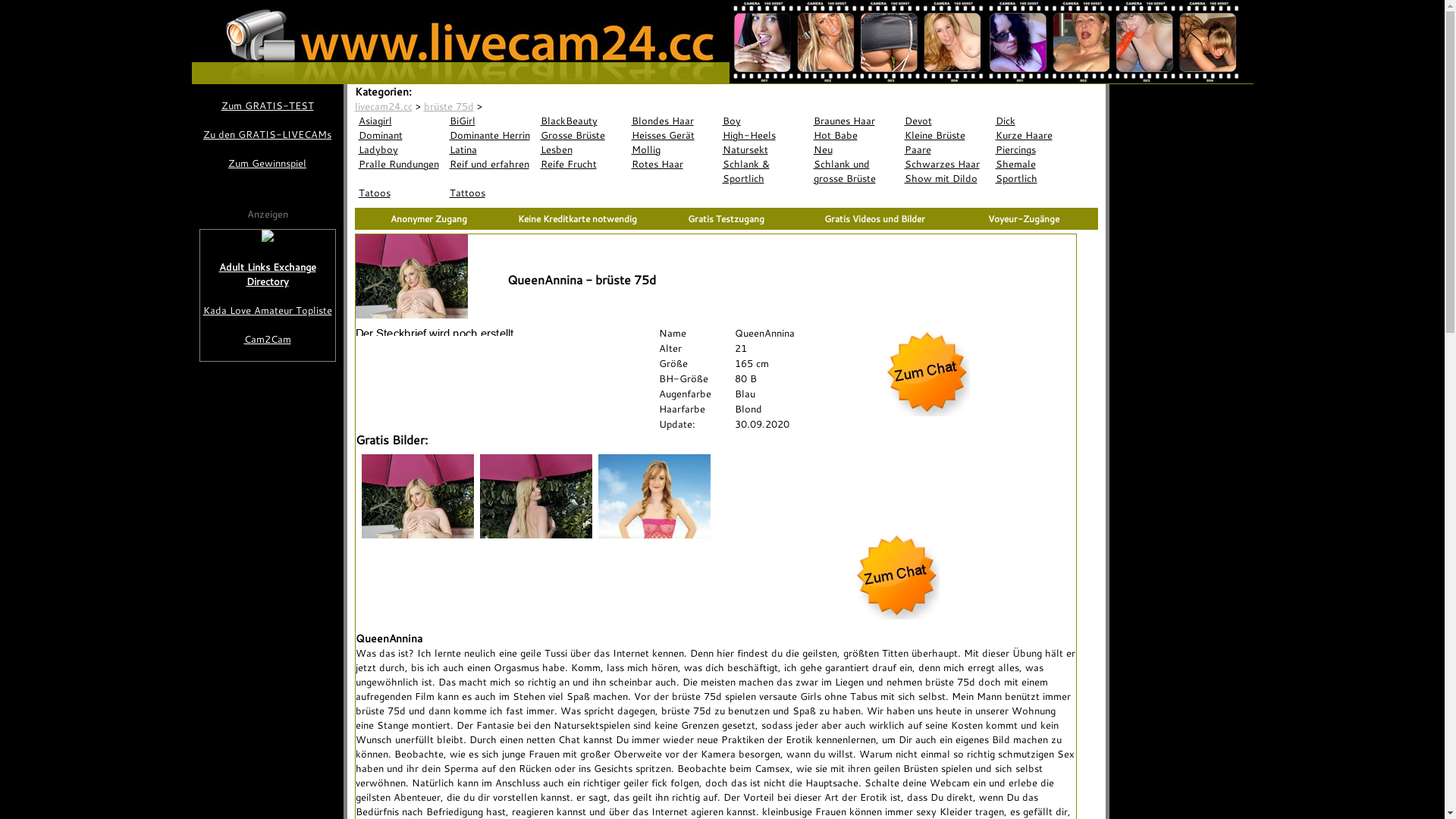 The width and height of the screenshot is (1456, 819). Describe the element at coordinates (400, 192) in the screenshot. I see `'Tatoos'` at that location.